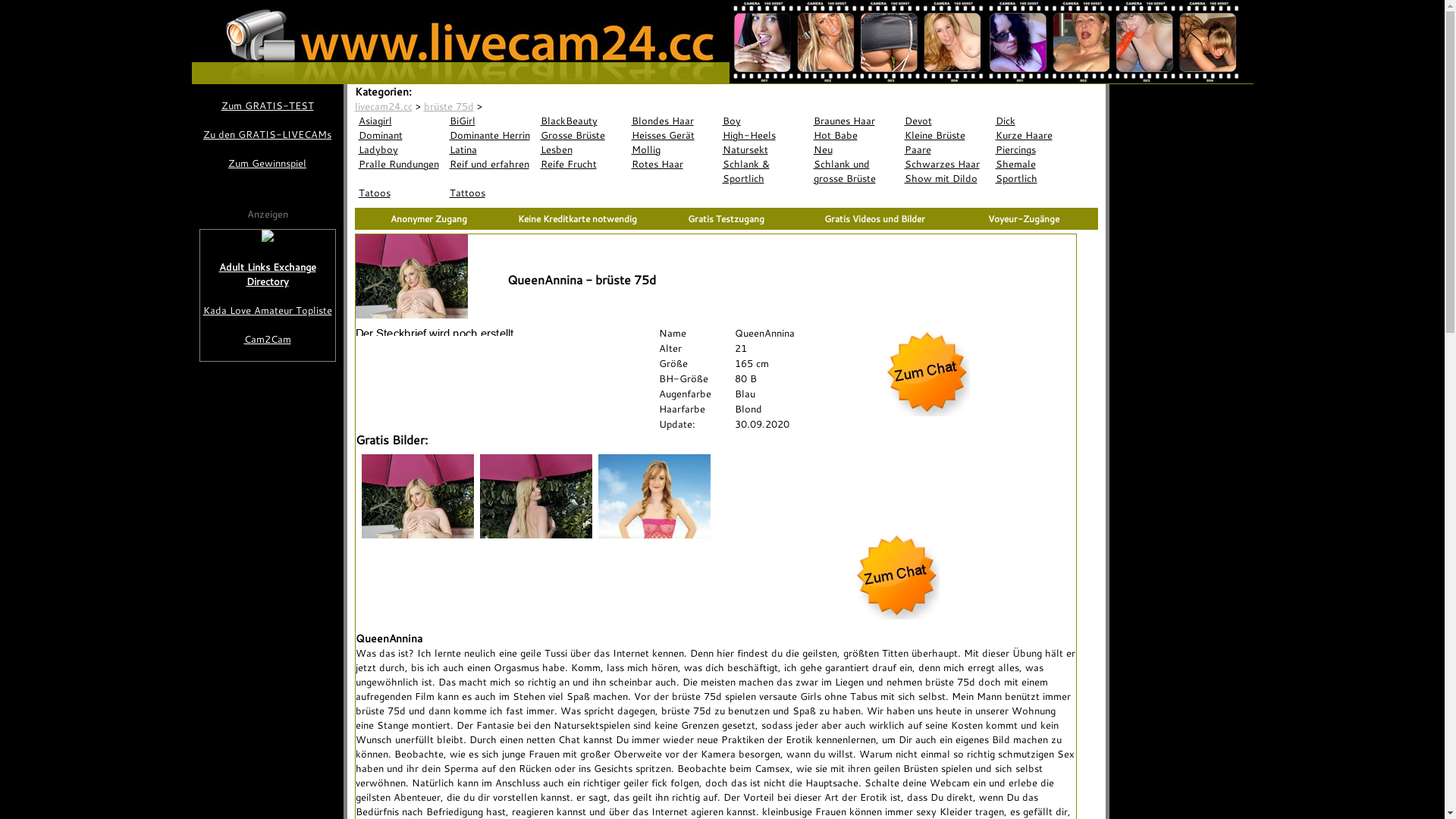 The width and height of the screenshot is (1456, 819). Describe the element at coordinates (400, 192) in the screenshot. I see `'Tatoos'` at that location.